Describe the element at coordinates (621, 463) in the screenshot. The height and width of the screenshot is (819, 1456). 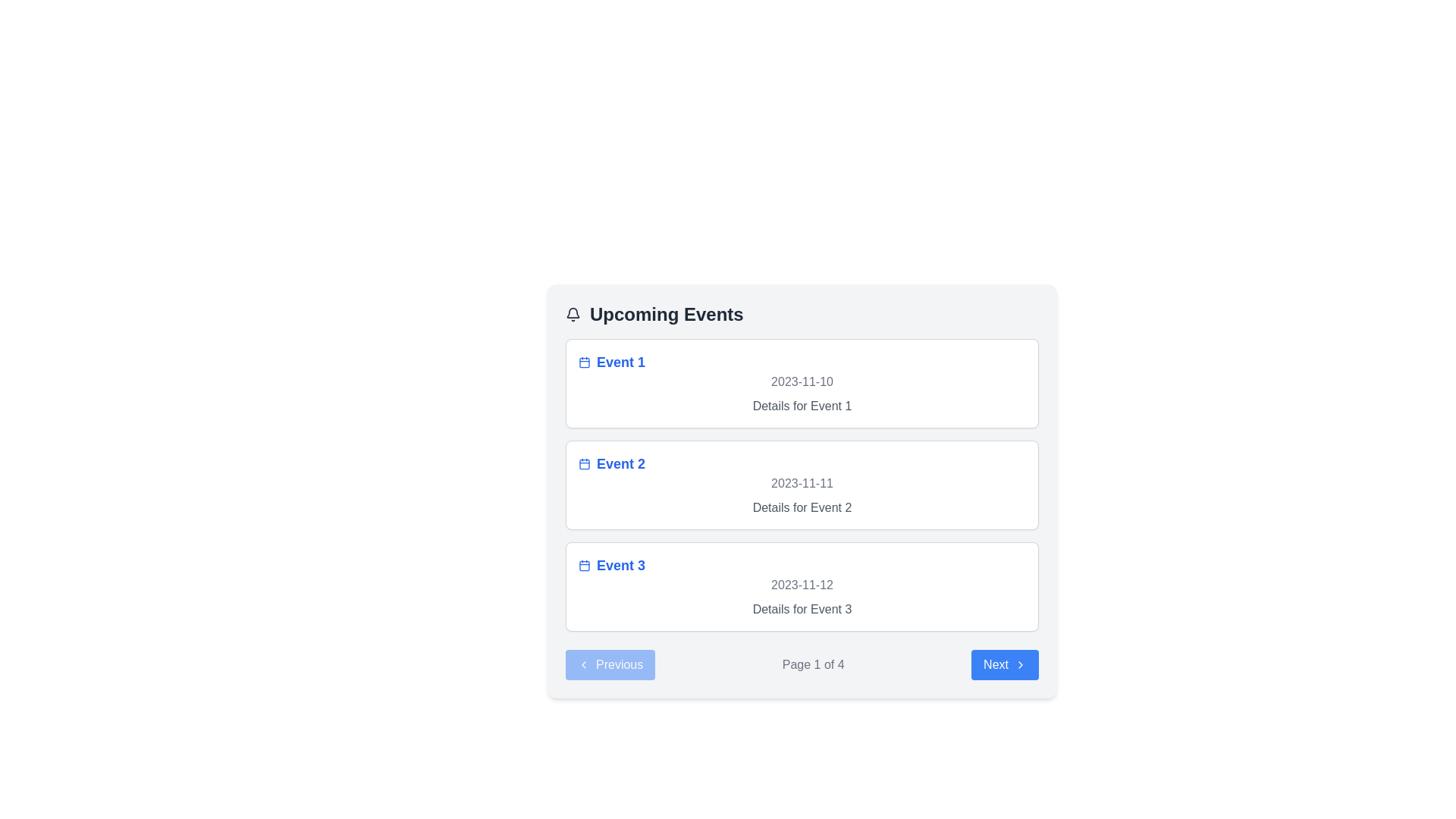
I see `text of the Text label displaying 'Event 2', which is styled in bold blue font and located in a vertical list of events, positioned between 'Event 1' and 'Event 3'` at that location.